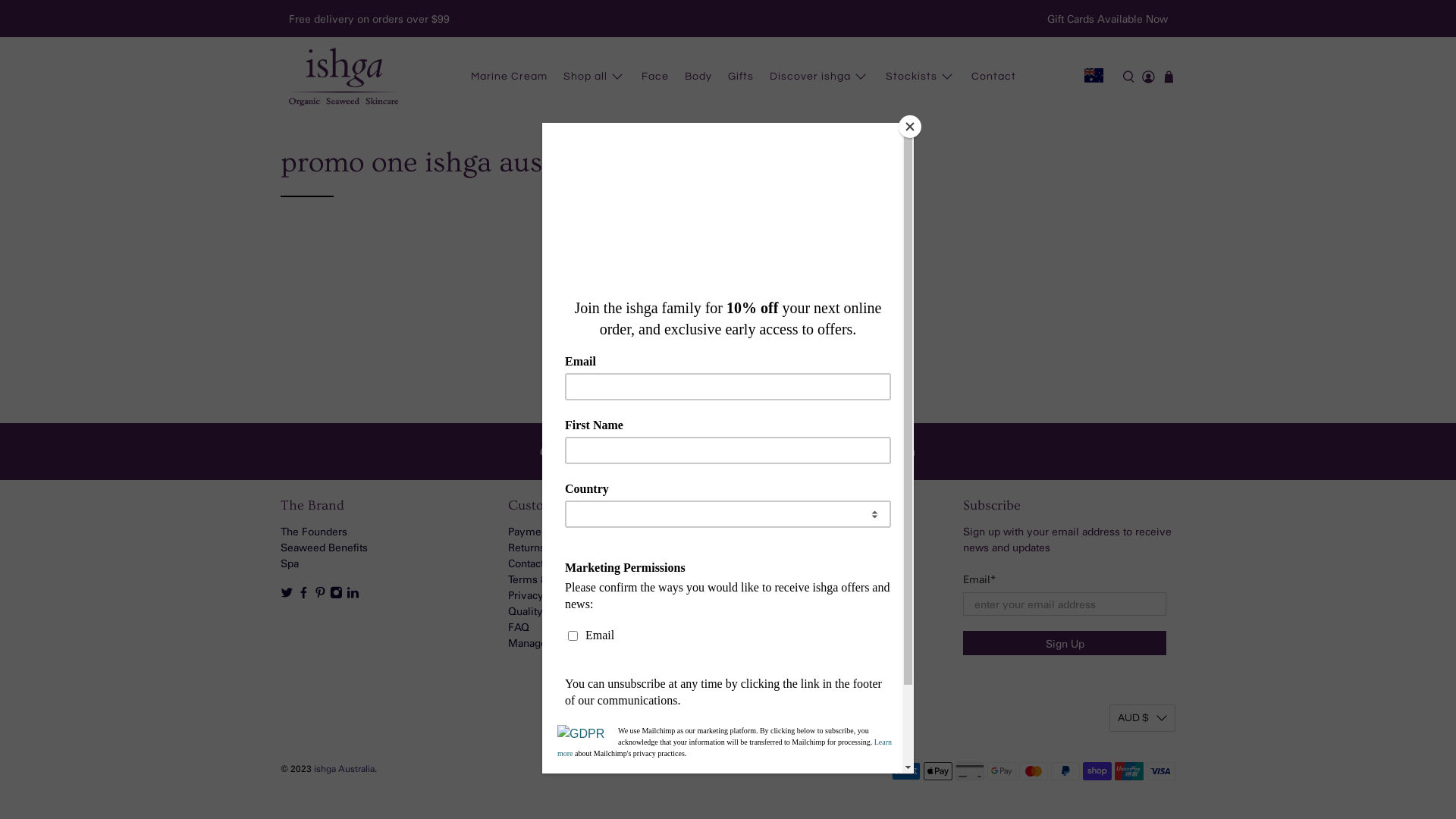 The height and width of the screenshot is (819, 1456). Describe the element at coordinates (819, 77) in the screenshot. I see `'Discover ishga'` at that location.